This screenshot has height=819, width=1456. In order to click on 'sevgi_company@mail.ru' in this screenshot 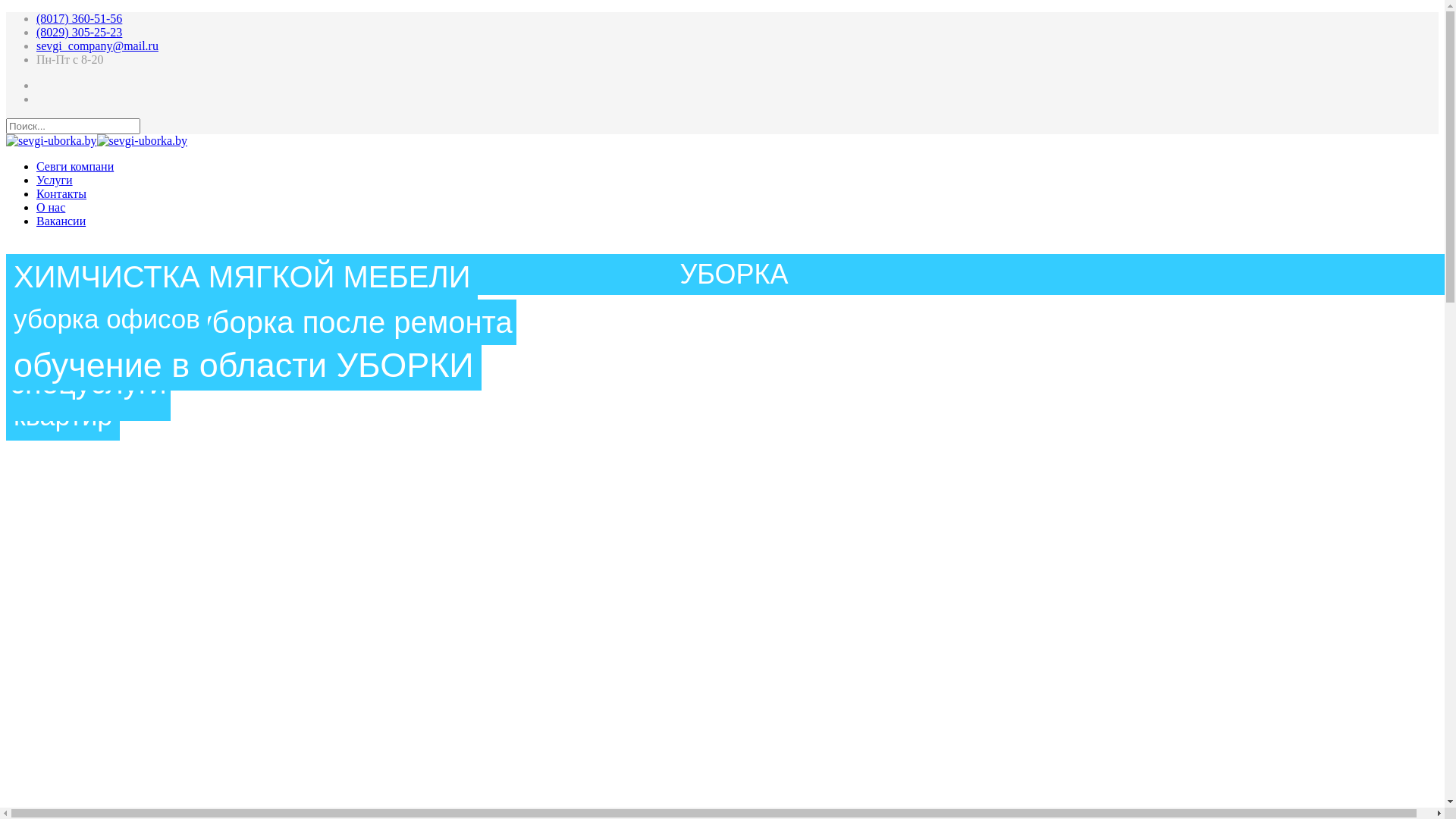, I will do `click(96, 45)`.